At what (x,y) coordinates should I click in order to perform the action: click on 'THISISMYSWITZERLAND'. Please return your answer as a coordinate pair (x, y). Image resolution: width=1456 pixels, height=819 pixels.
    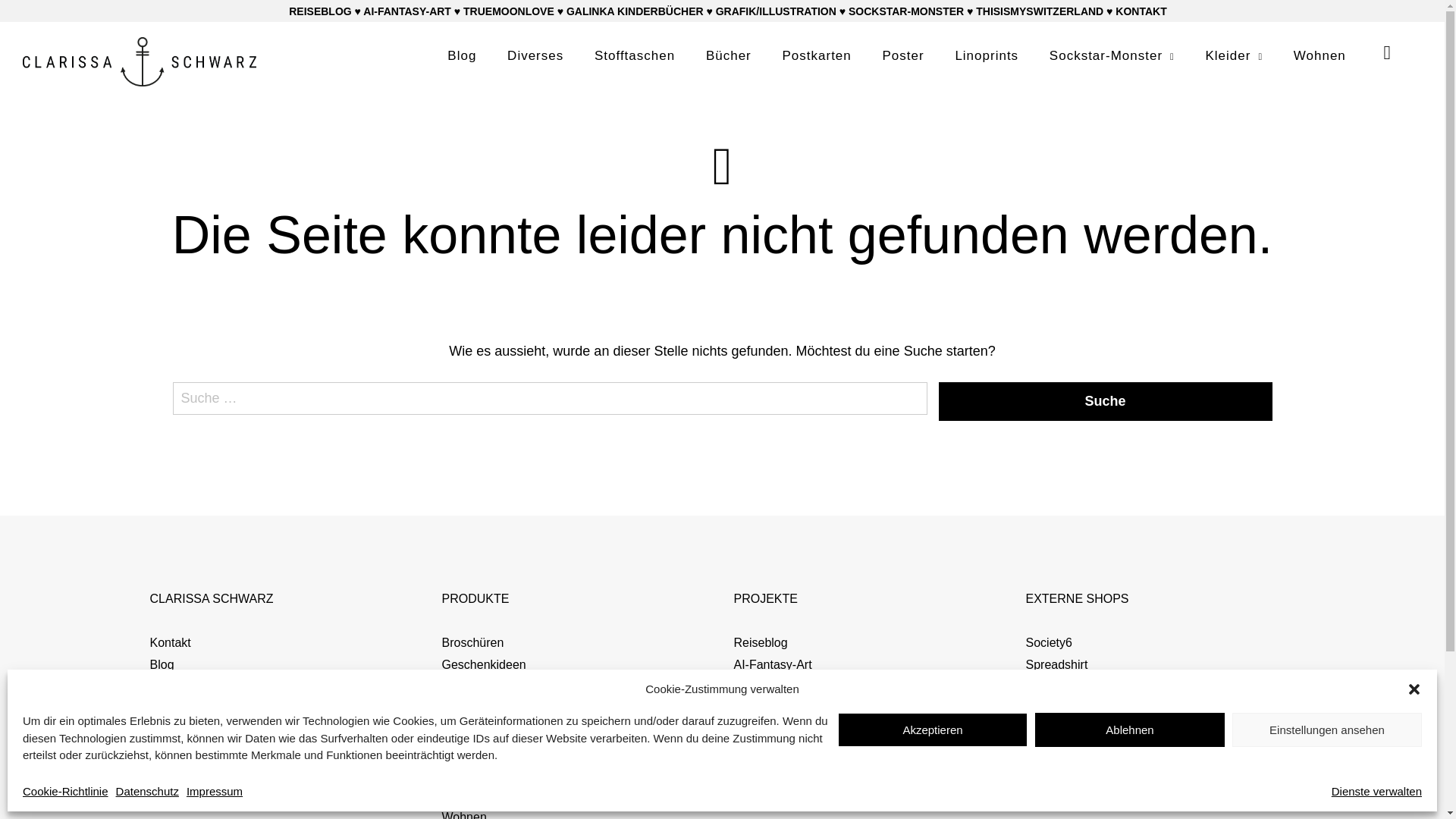
    Looking at the image, I should click on (1039, 11).